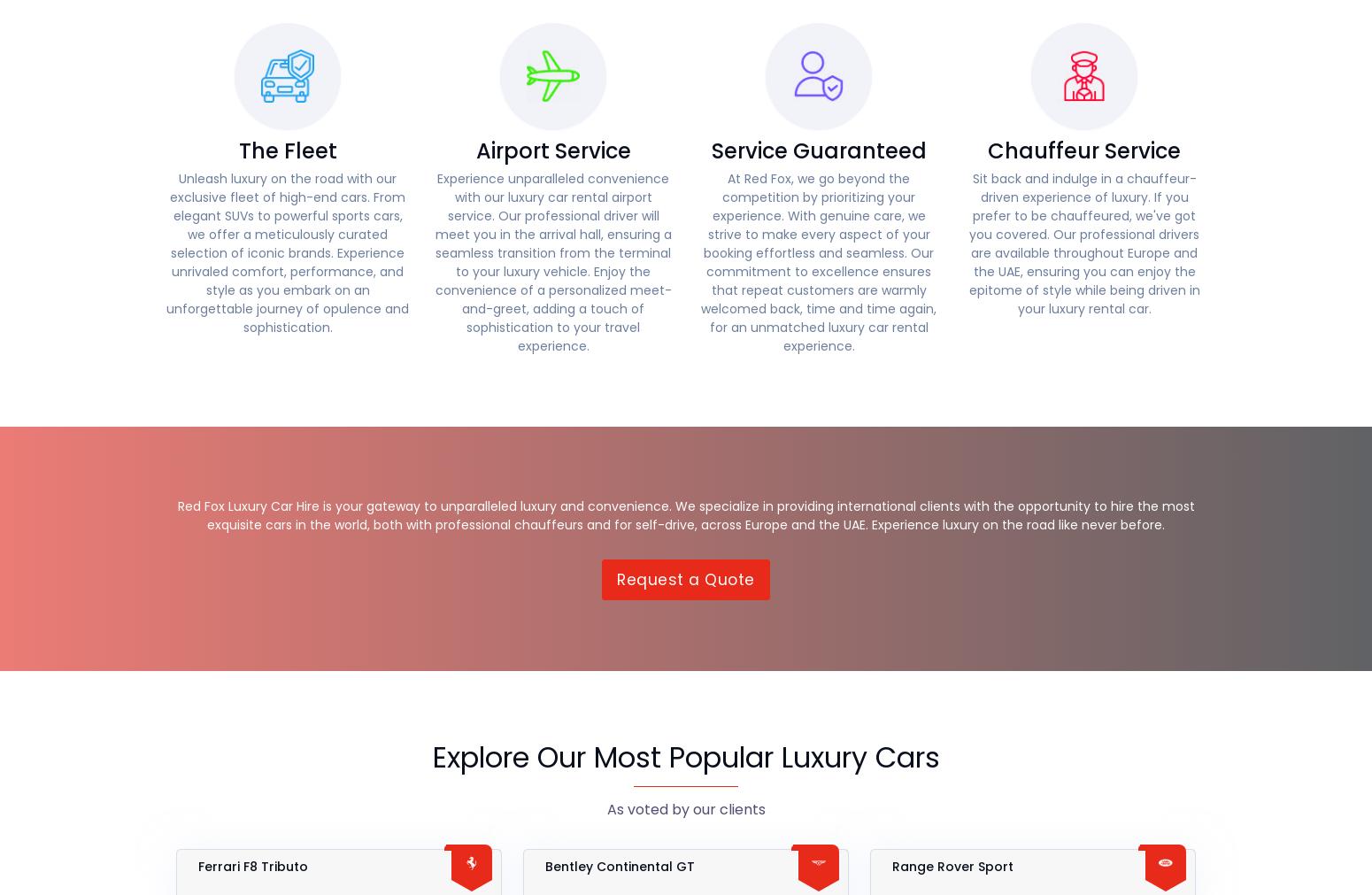 The height and width of the screenshot is (895, 1372). Describe the element at coordinates (685, 514) in the screenshot. I see `'Red Fox Luxury Car Hire is your gateway to unparalleled luxury and convenience. We specialize in providing international clients with the opportunity to hire the most exquisite cars in the world, both with professional chauffeurs and for self-drive, across Europe and the UAE. Experience luxury on the road like never before.'` at that location.